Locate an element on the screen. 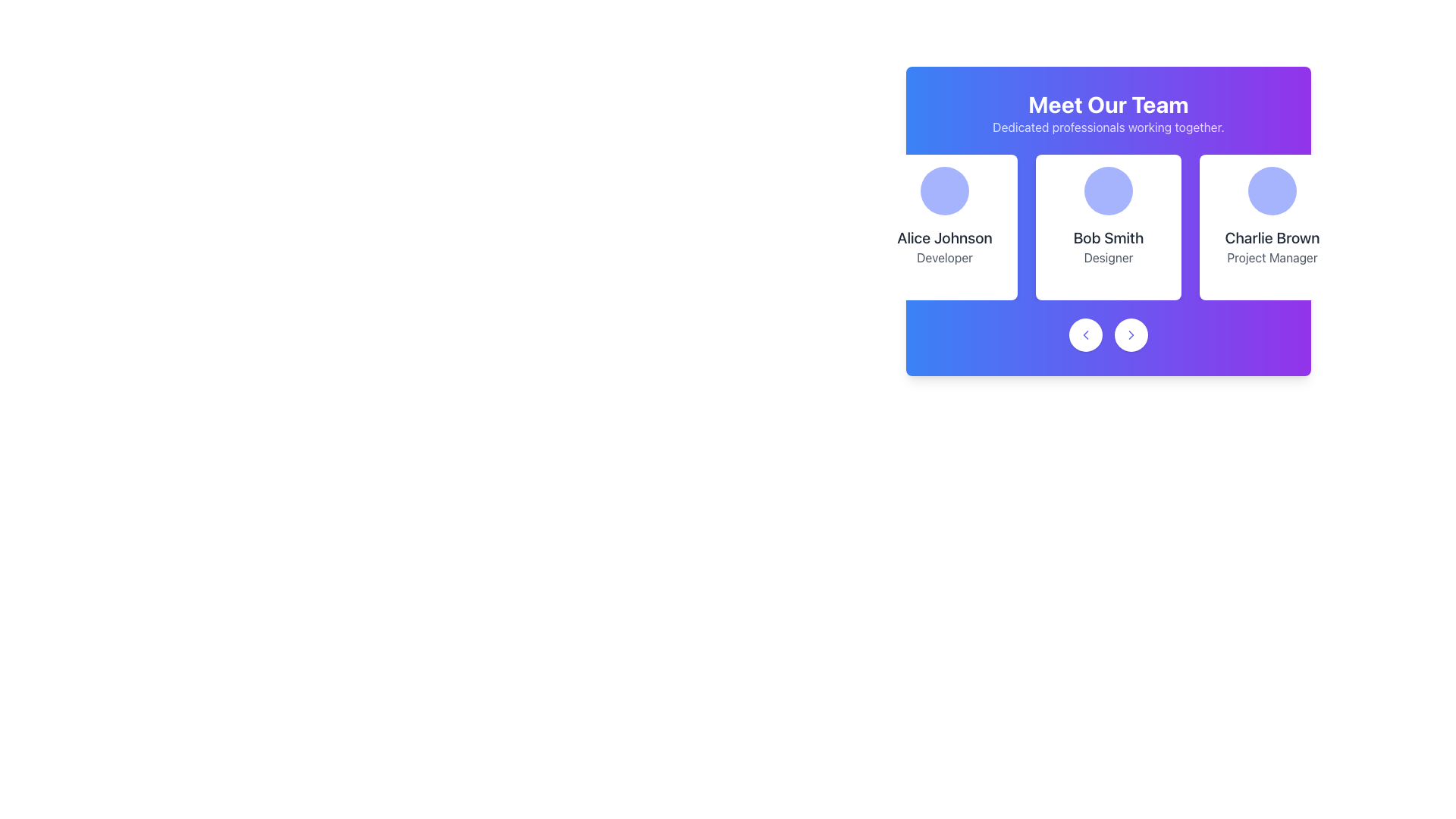 The image size is (1456, 819). text element indicating the role or position of 'Alice Johnson', located below her name and above an empty space within the card in the 'Meet Our Team' section is located at coordinates (944, 256).